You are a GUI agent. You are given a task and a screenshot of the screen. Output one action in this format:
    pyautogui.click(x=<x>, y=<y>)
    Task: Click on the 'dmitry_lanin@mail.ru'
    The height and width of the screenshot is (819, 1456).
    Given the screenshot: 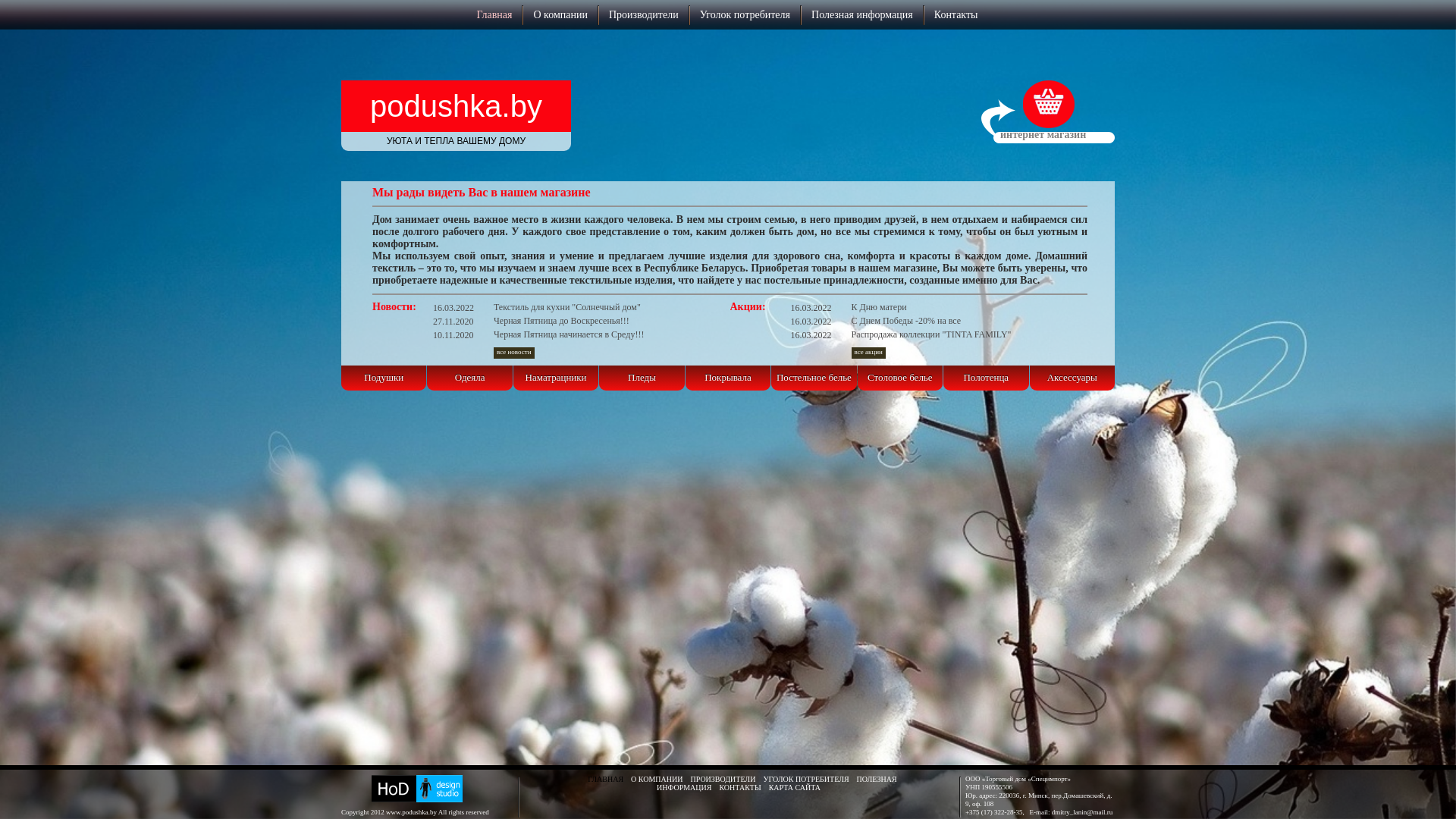 What is the action you would take?
    pyautogui.click(x=1081, y=811)
    